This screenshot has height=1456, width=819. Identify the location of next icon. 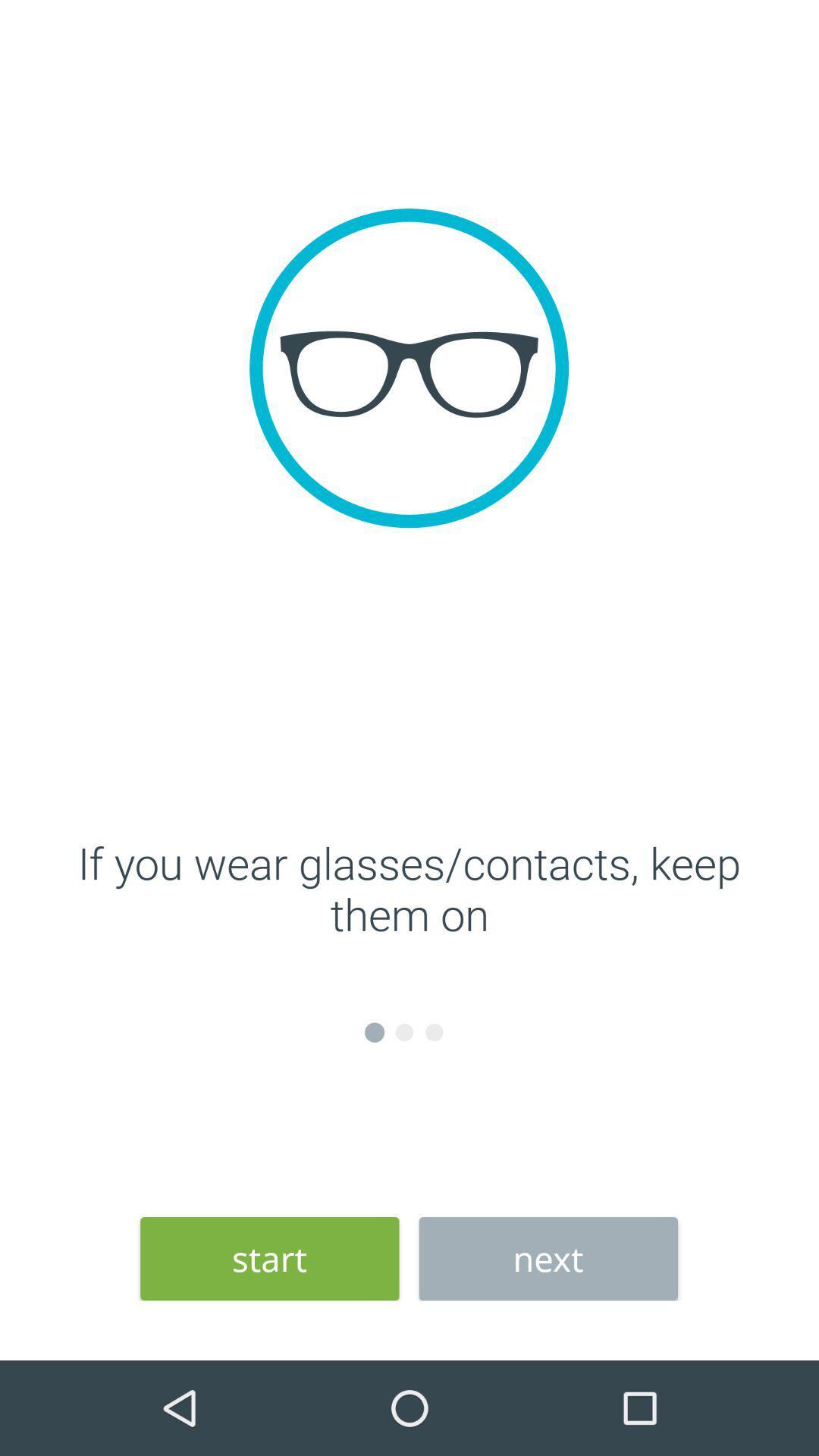
(548, 1259).